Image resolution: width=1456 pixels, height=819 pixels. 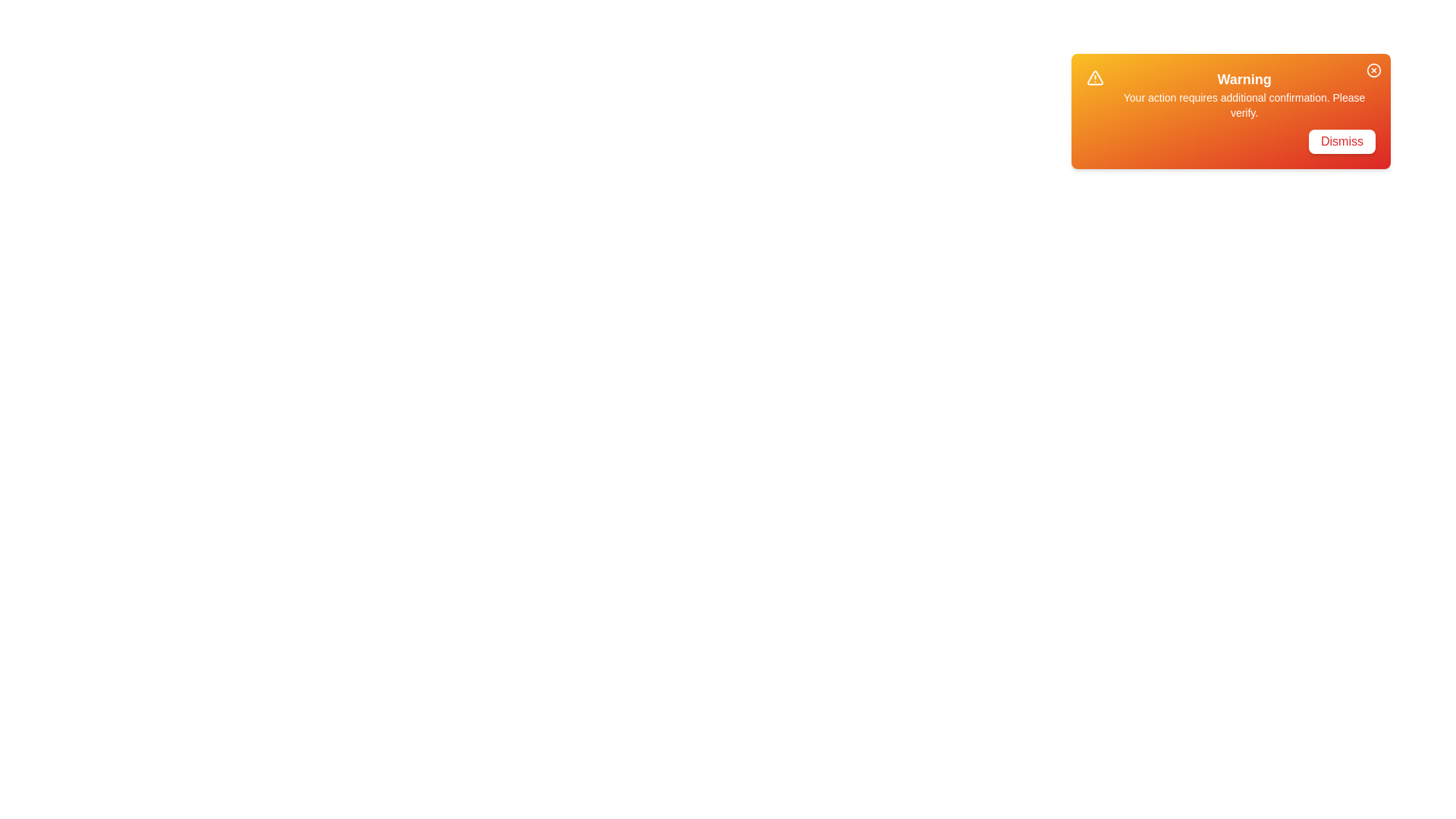 I want to click on the warning icon in the snackbar, so click(x=1095, y=78).